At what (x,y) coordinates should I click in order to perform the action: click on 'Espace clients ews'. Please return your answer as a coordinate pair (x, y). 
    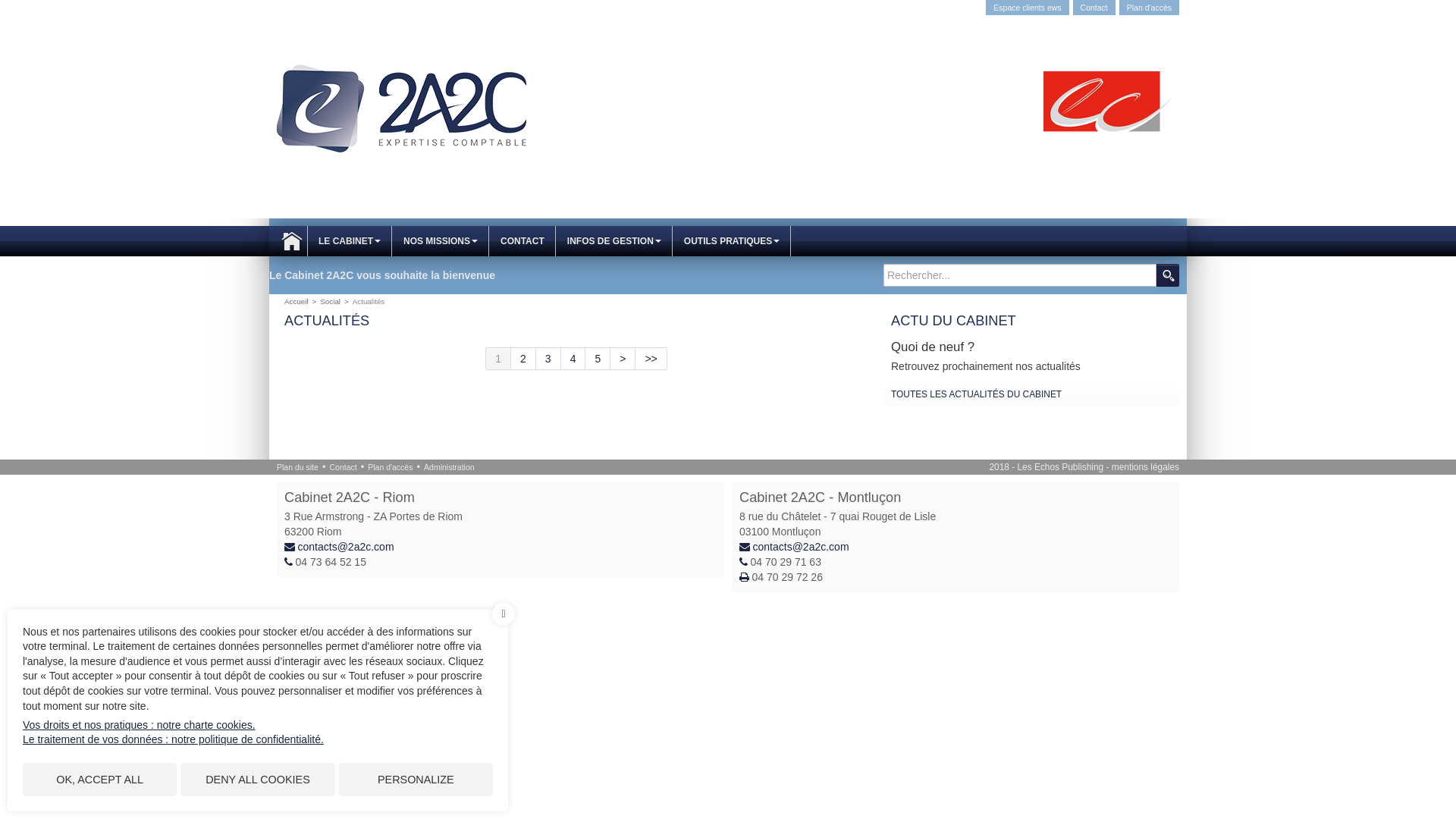
    Looking at the image, I should click on (1027, 8).